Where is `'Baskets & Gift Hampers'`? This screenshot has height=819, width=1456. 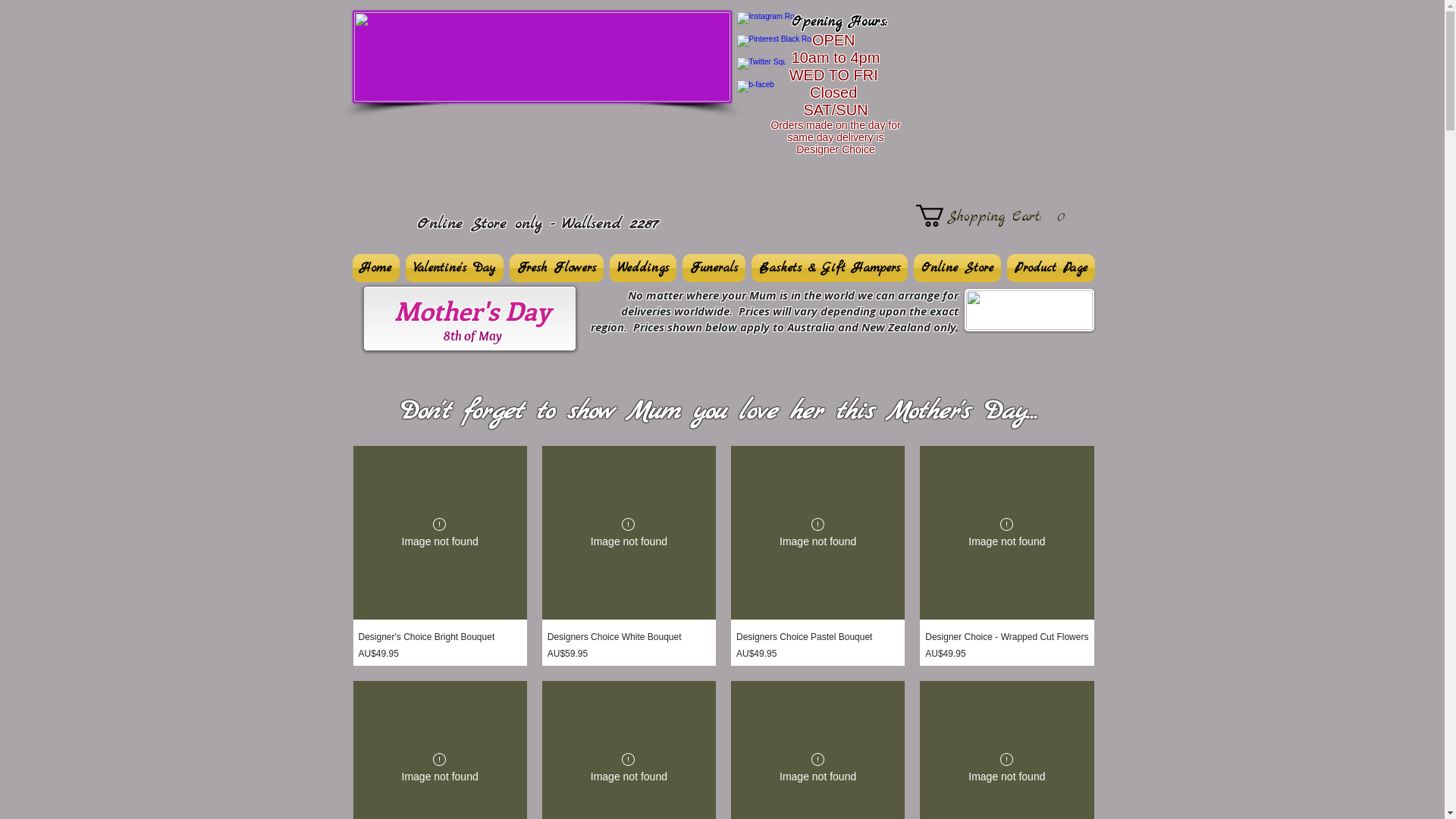
'Baskets & Gift Hampers' is located at coordinates (828, 267).